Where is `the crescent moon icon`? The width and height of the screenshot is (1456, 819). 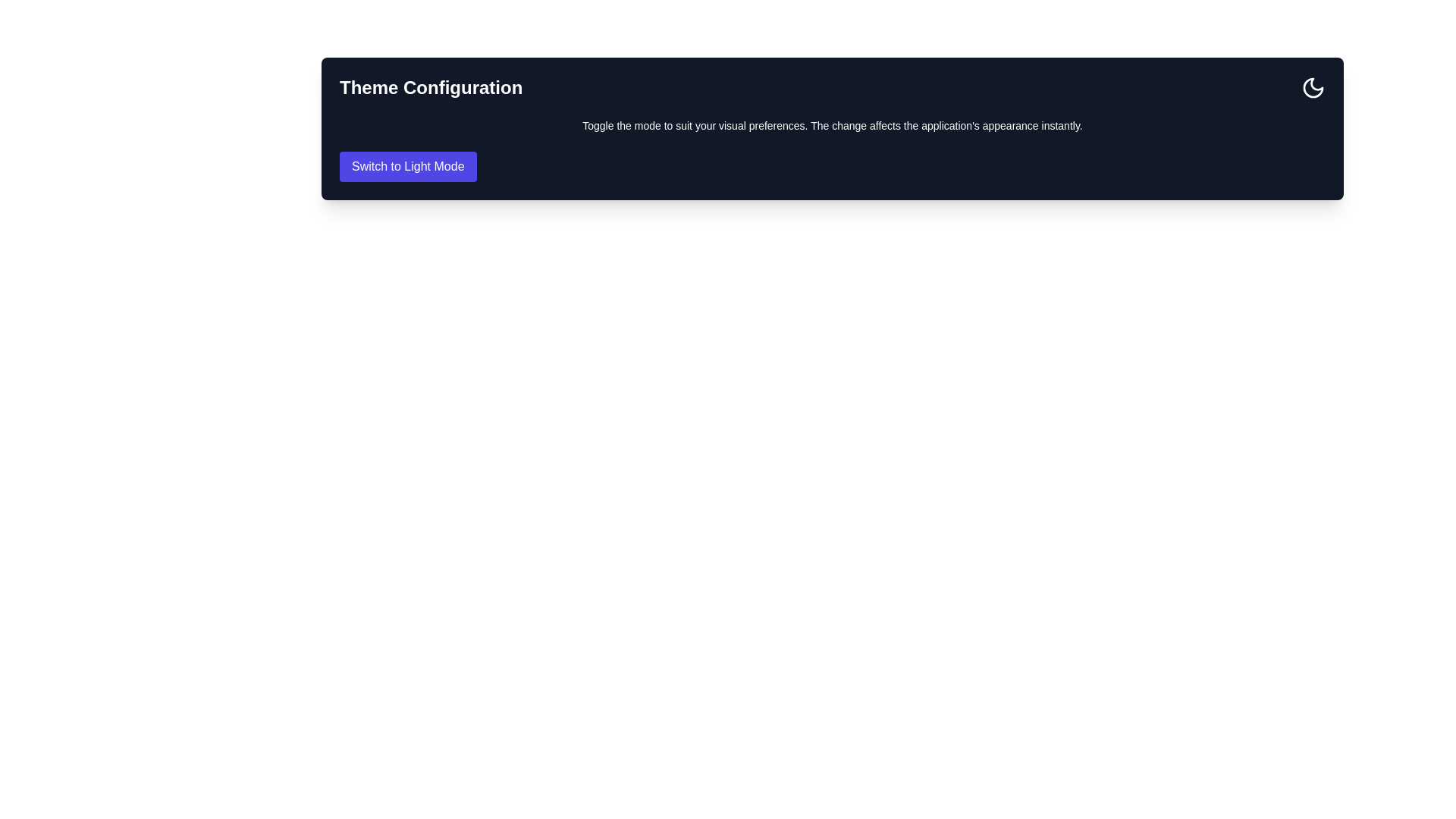 the crescent moon icon is located at coordinates (1313, 87).